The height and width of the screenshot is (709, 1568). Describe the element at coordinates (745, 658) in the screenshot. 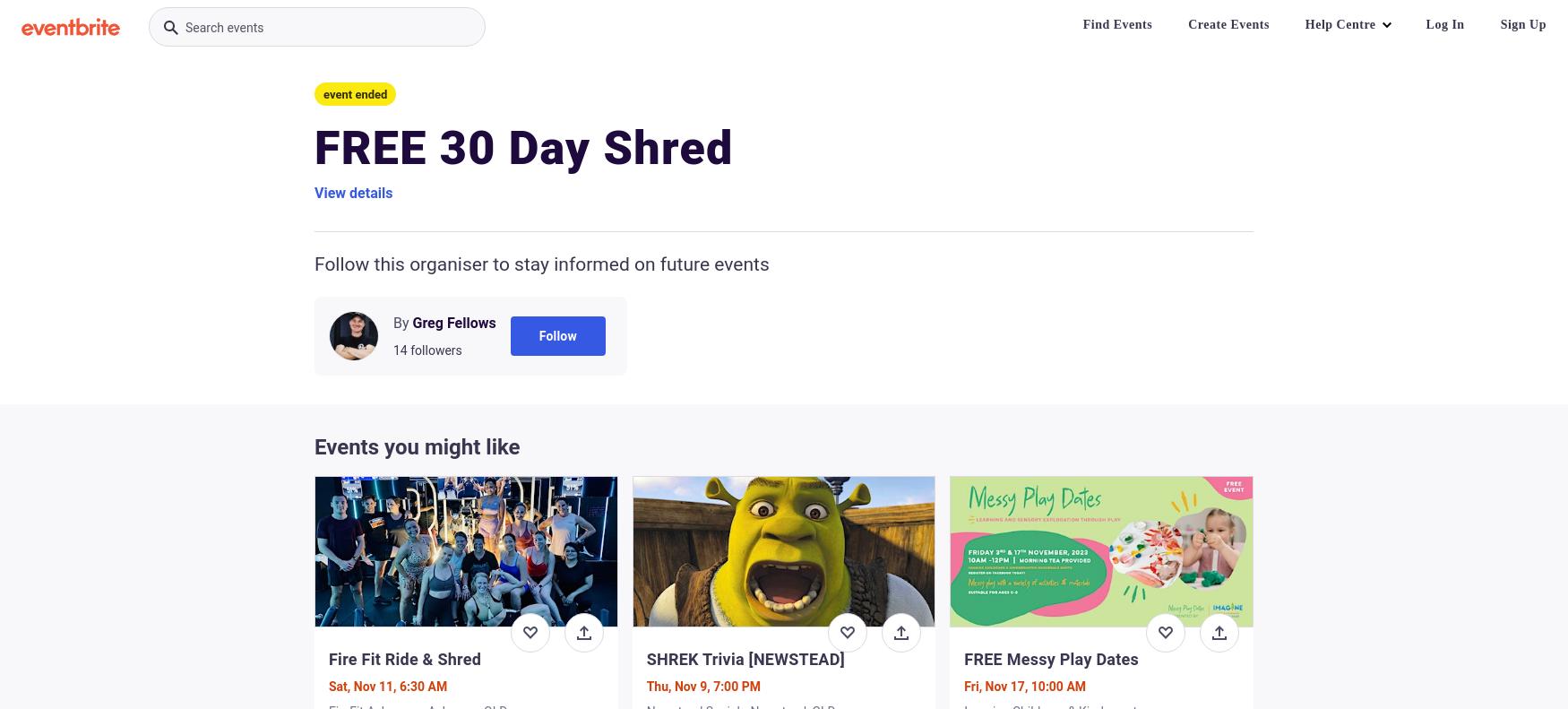

I see `'SHREK Trivia [NEWSTEAD]'` at that location.